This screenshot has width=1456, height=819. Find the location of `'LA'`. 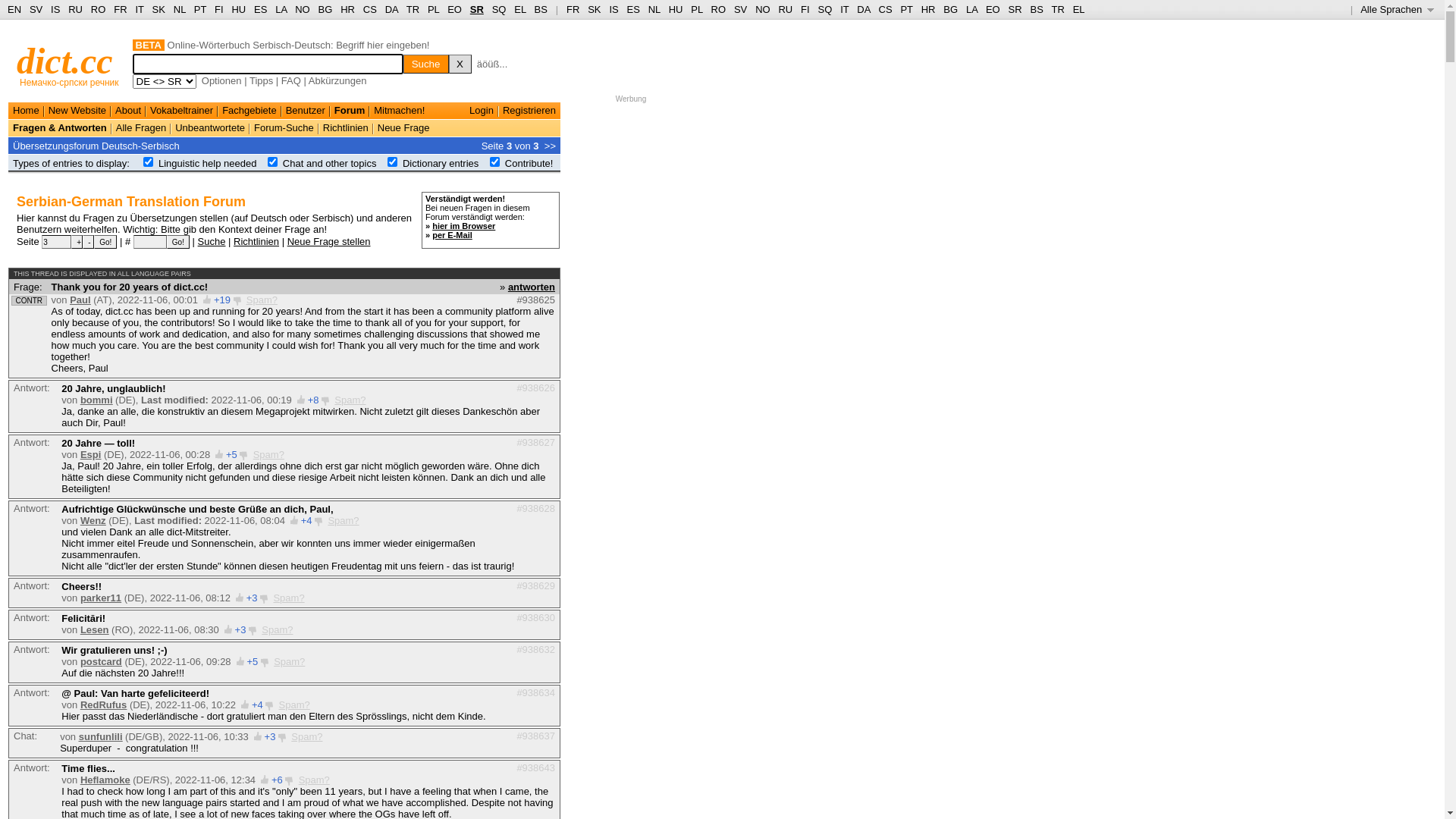

'LA' is located at coordinates (965, 9).